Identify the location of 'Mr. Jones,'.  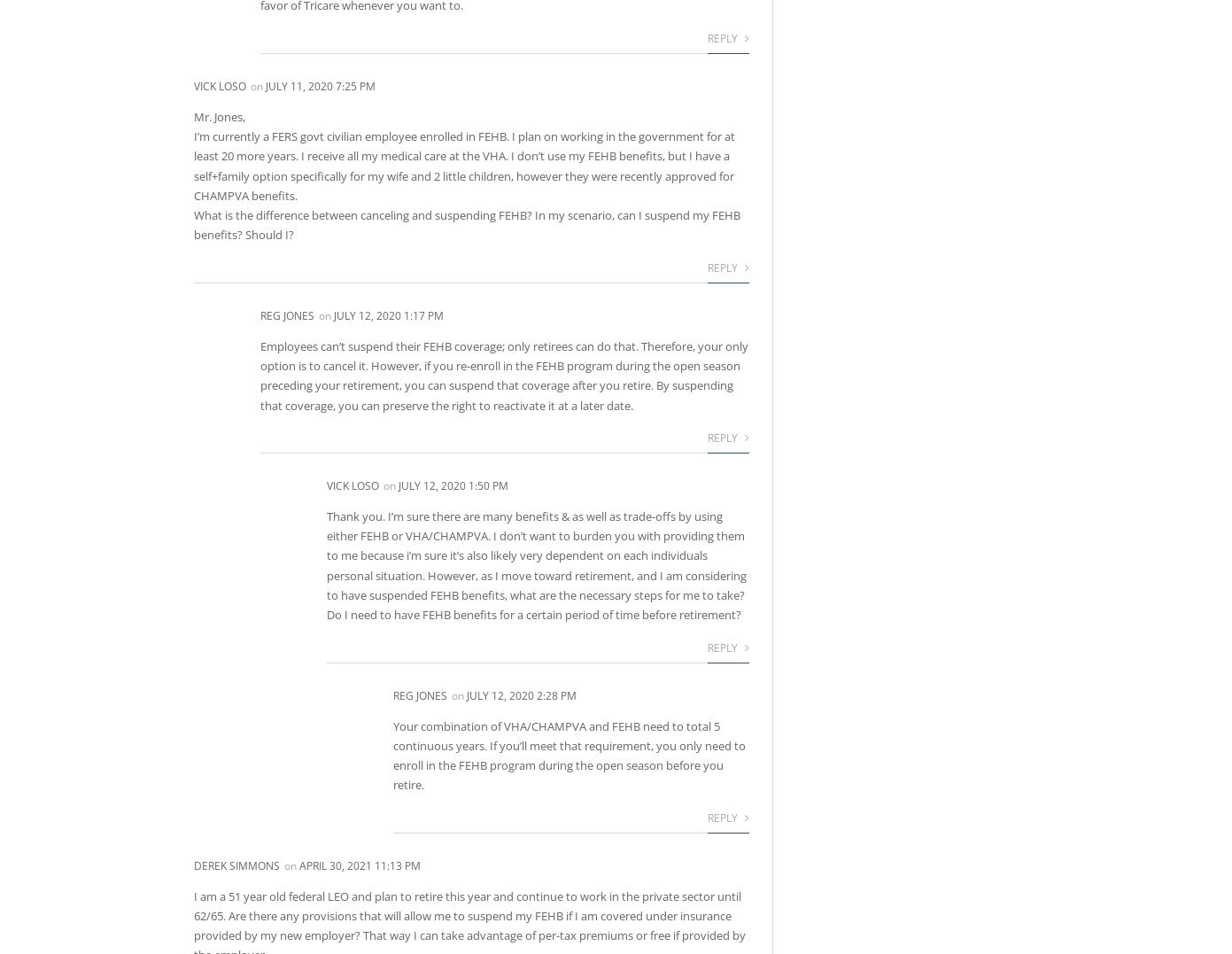
(219, 115).